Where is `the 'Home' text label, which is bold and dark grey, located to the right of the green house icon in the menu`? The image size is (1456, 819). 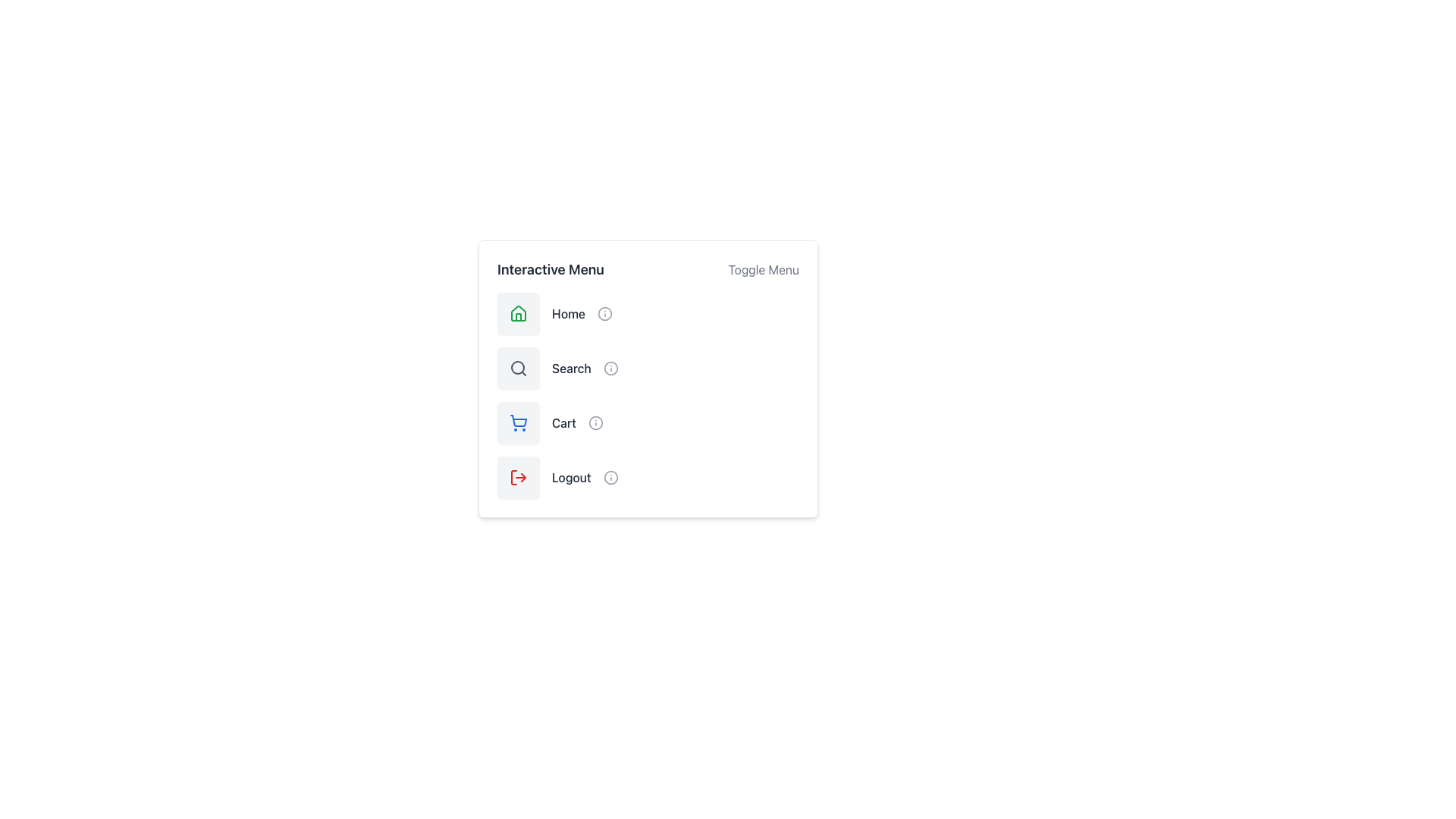 the 'Home' text label, which is bold and dark grey, located to the right of the green house icon in the menu is located at coordinates (567, 312).